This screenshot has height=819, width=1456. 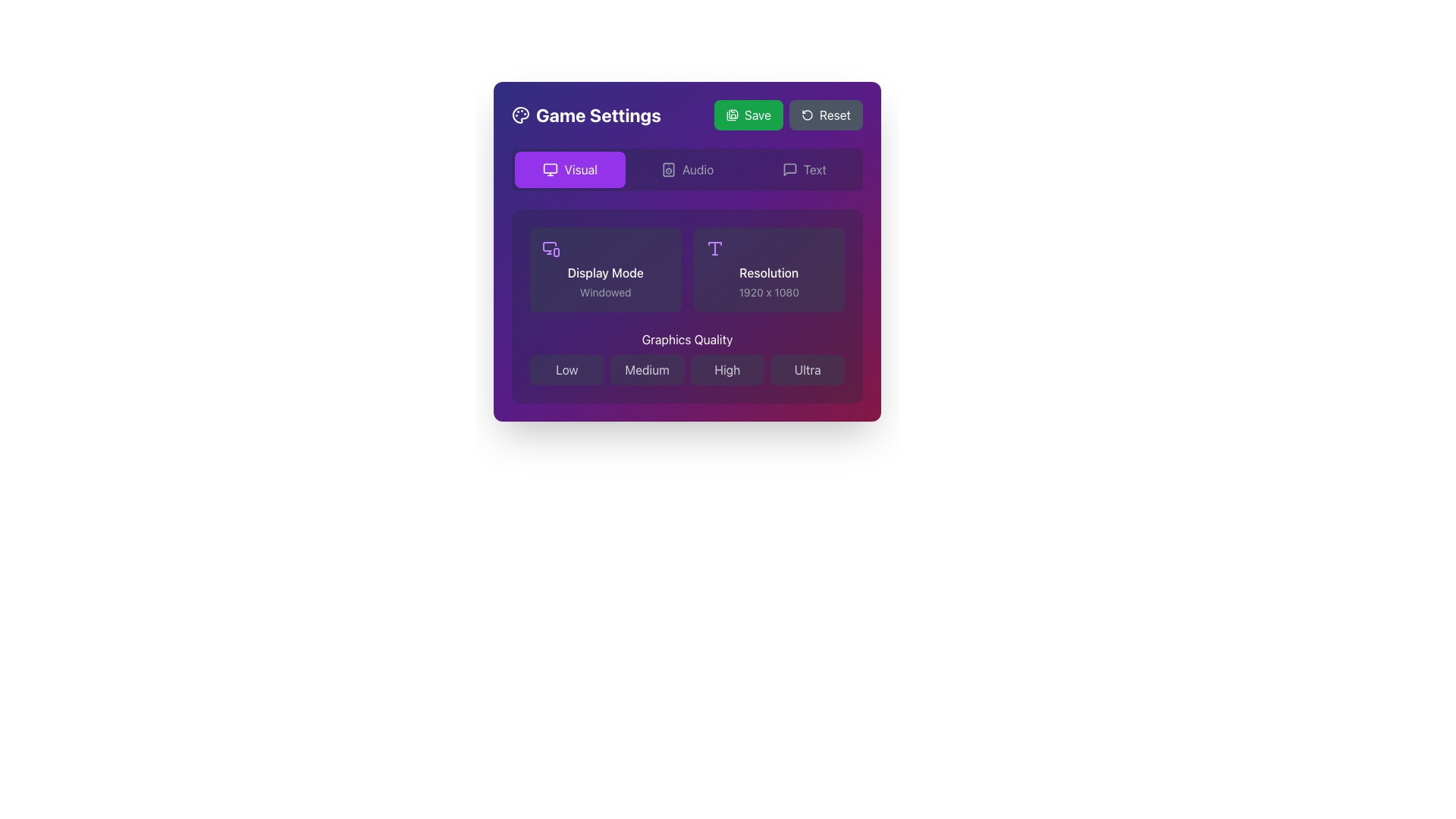 I want to click on the 'Ultra' button, which is the fourth button in a horizontal row within the 'Graphics Quality' section of the settings panel, so click(x=807, y=370).